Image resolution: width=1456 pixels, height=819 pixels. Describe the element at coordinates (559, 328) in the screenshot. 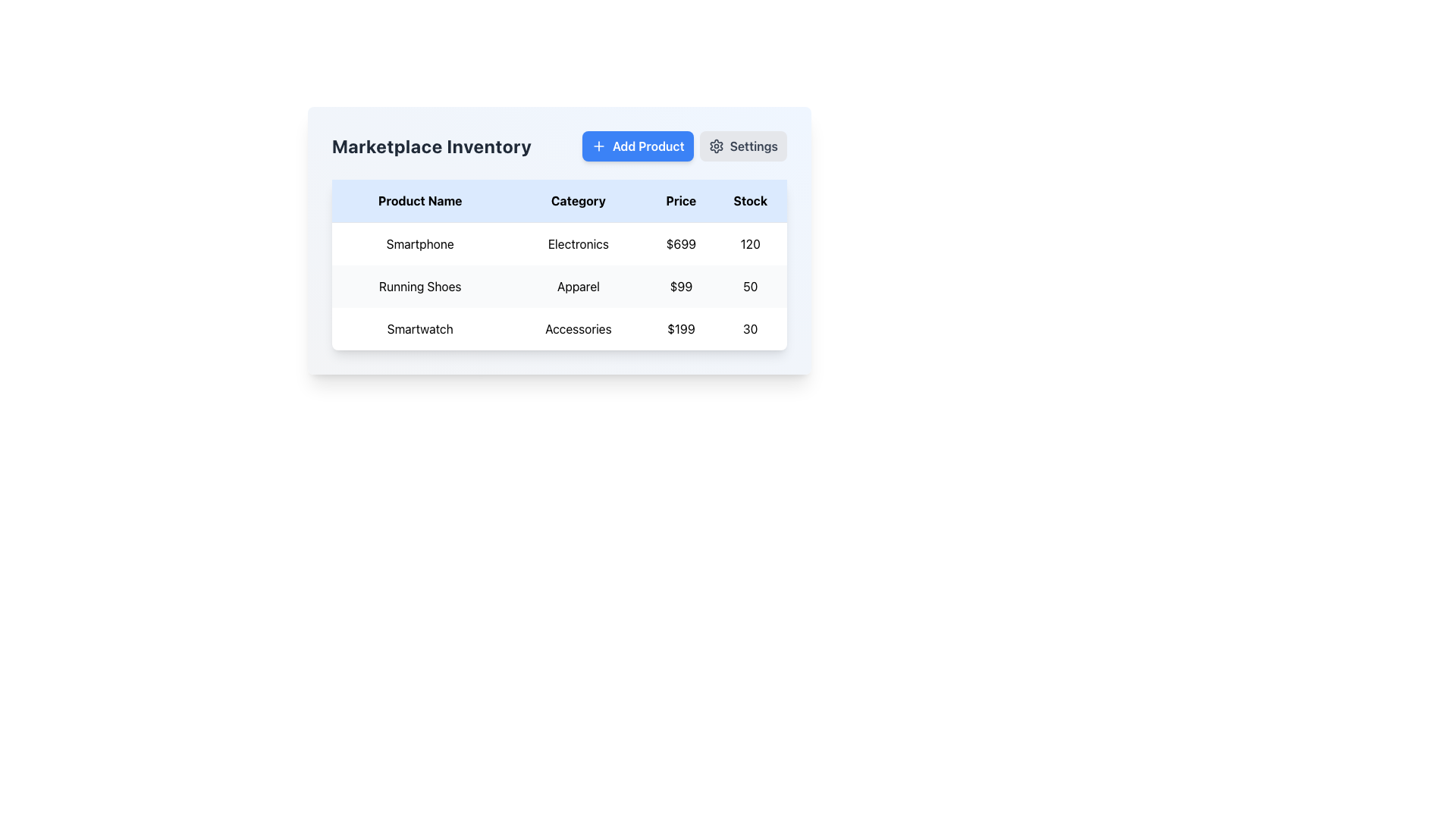

I see `the third row of the table displaying items, which contains the segments 'Smartwatch', 'Accessories', '$199', and '30', if interactivity is enabled` at that location.